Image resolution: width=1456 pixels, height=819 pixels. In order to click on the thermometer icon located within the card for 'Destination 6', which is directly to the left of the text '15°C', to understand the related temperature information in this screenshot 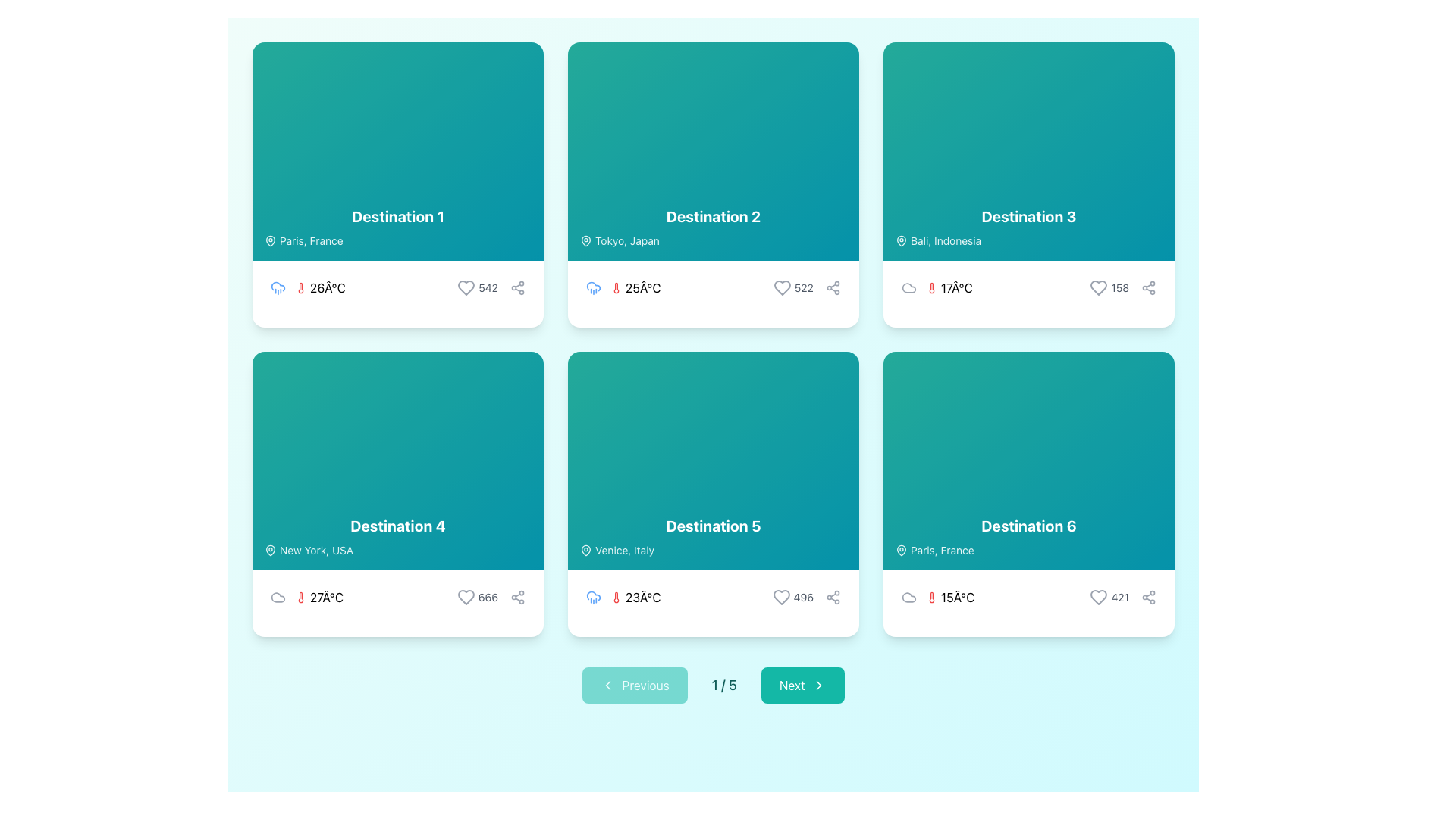, I will do `click(930, 596)`.